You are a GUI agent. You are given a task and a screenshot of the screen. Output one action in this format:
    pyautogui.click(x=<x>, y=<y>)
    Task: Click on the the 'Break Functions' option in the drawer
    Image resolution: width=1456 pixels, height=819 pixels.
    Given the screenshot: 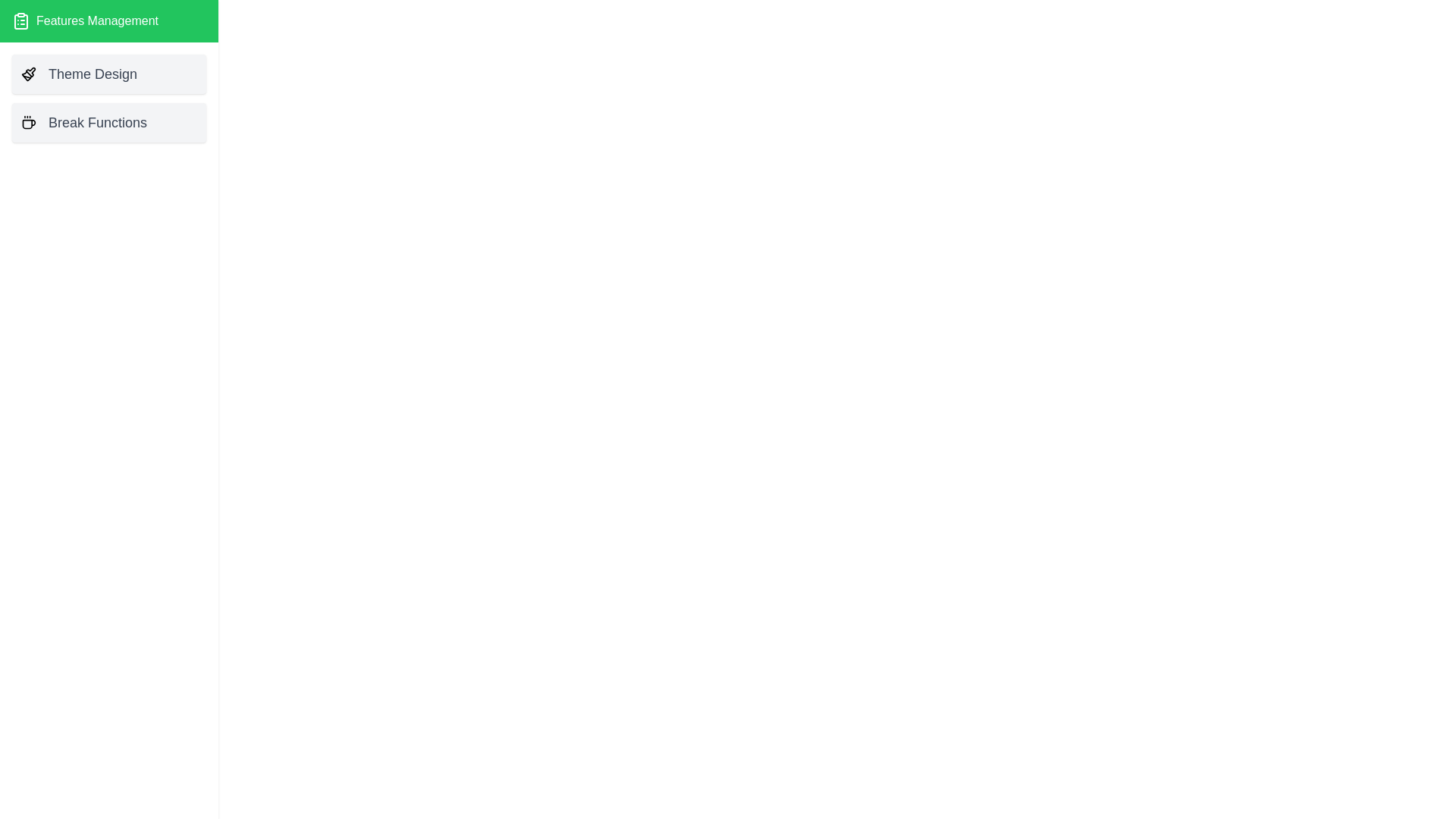 What is the action you would take?
    pyautogui.click(x=108, y=122)
    